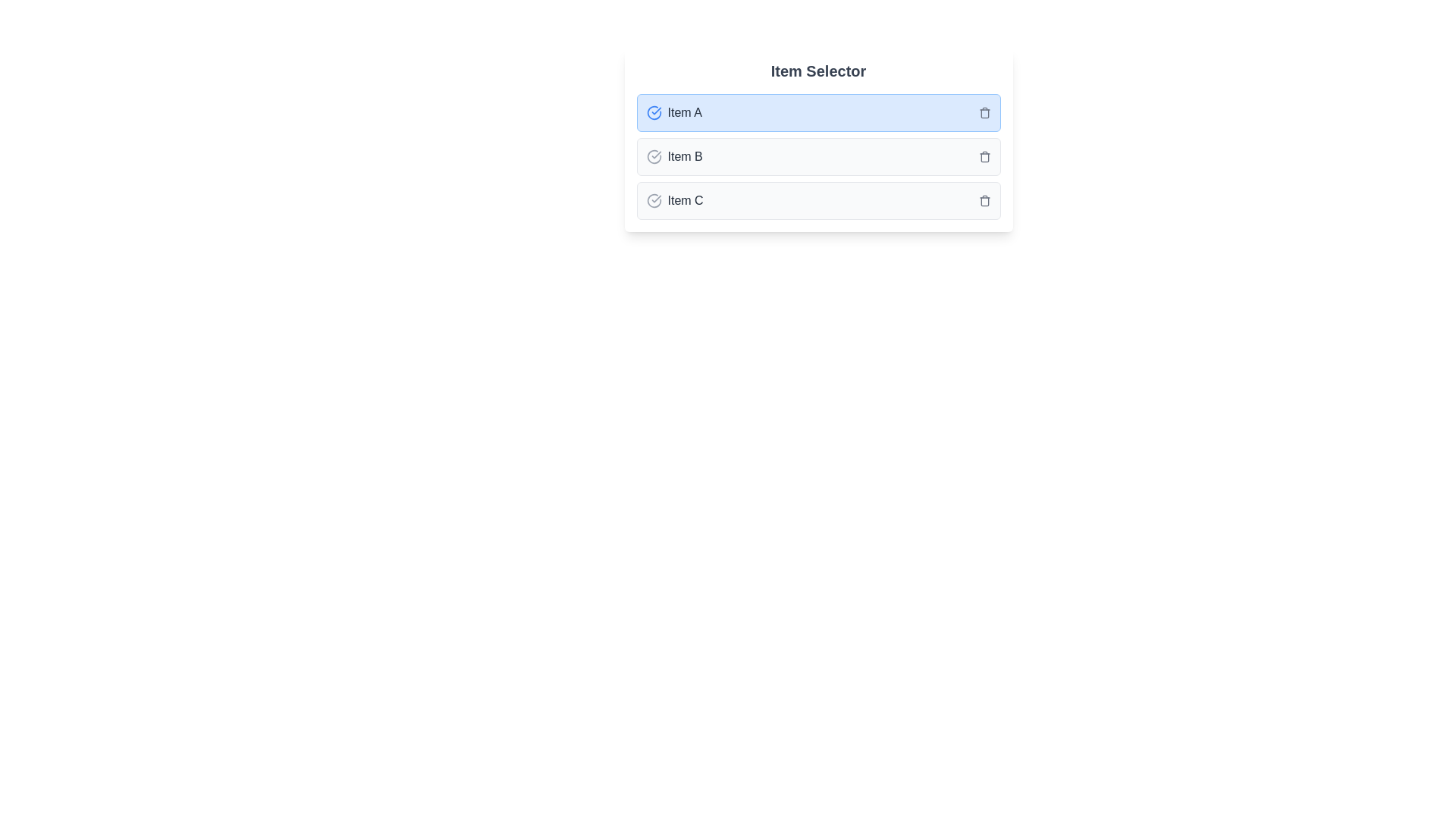  I want to click on the text label reading 'Item C' which is styled with a medium-weight gray font and includes a gray checkmark icon next to it, so click(674, 200).